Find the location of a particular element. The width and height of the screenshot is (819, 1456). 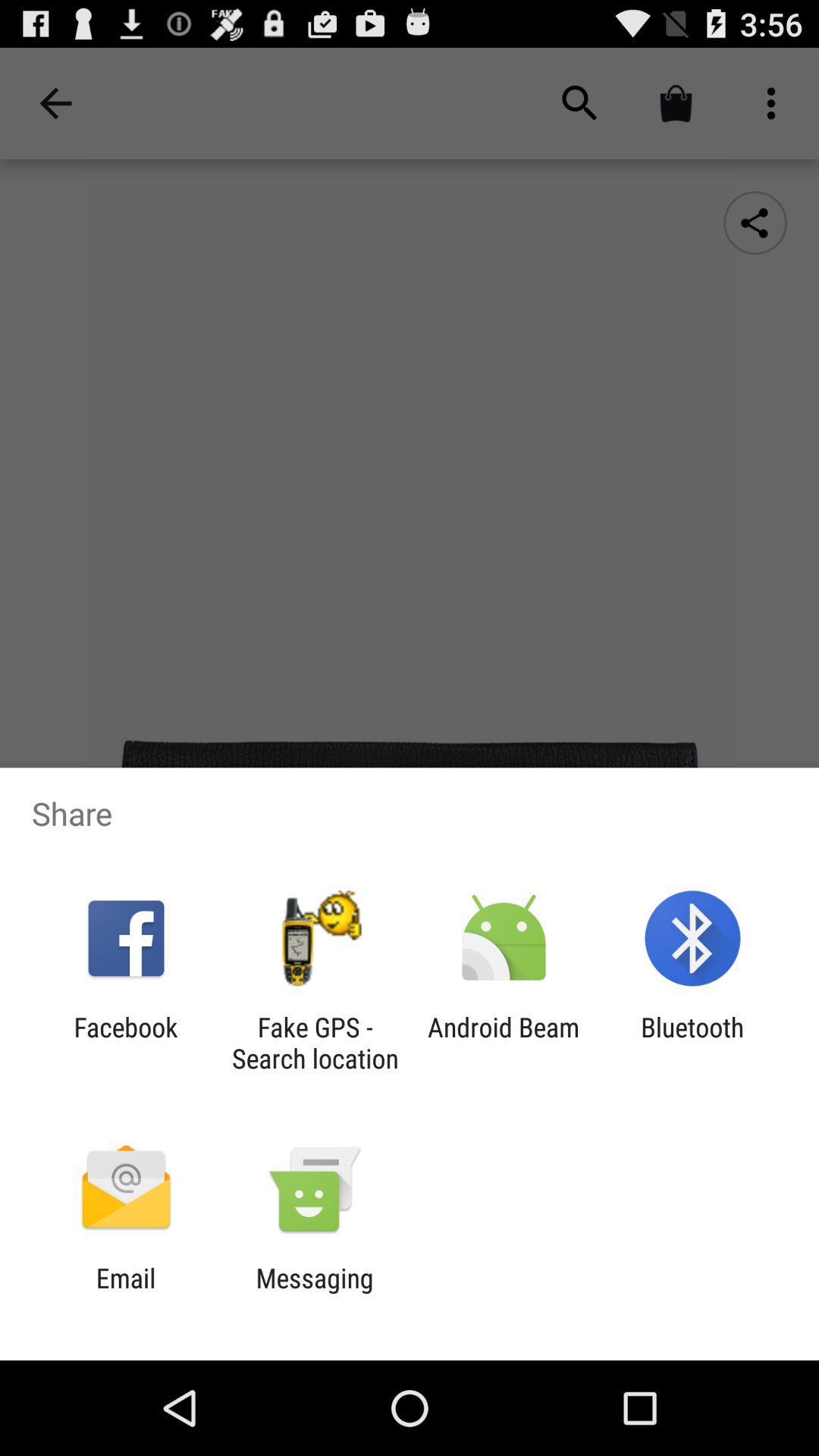

the email app is located at coordinates (125, 1293).